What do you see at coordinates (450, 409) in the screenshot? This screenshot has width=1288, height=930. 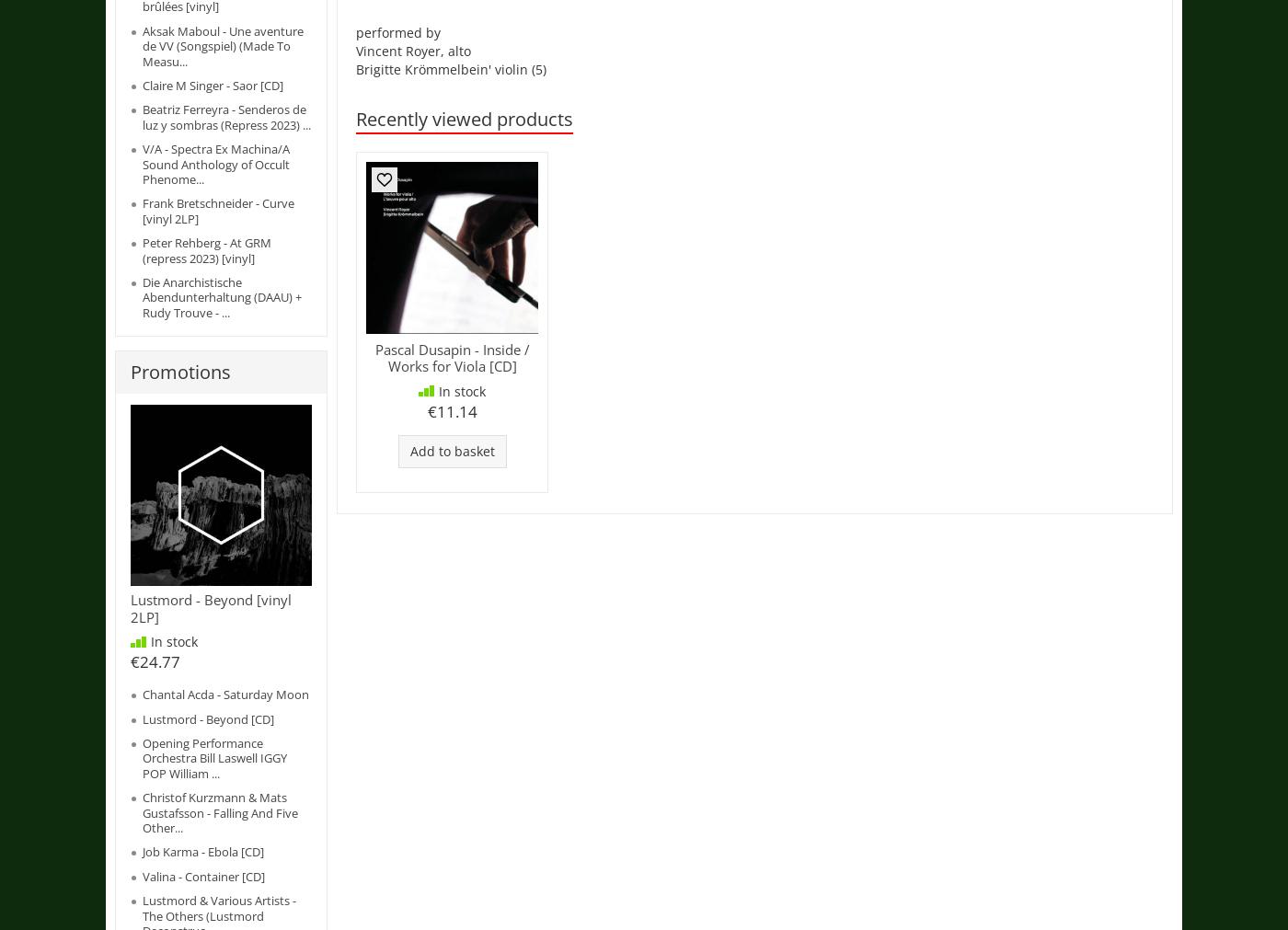 I see `'€11.14'` at bounding box center [450, 409].